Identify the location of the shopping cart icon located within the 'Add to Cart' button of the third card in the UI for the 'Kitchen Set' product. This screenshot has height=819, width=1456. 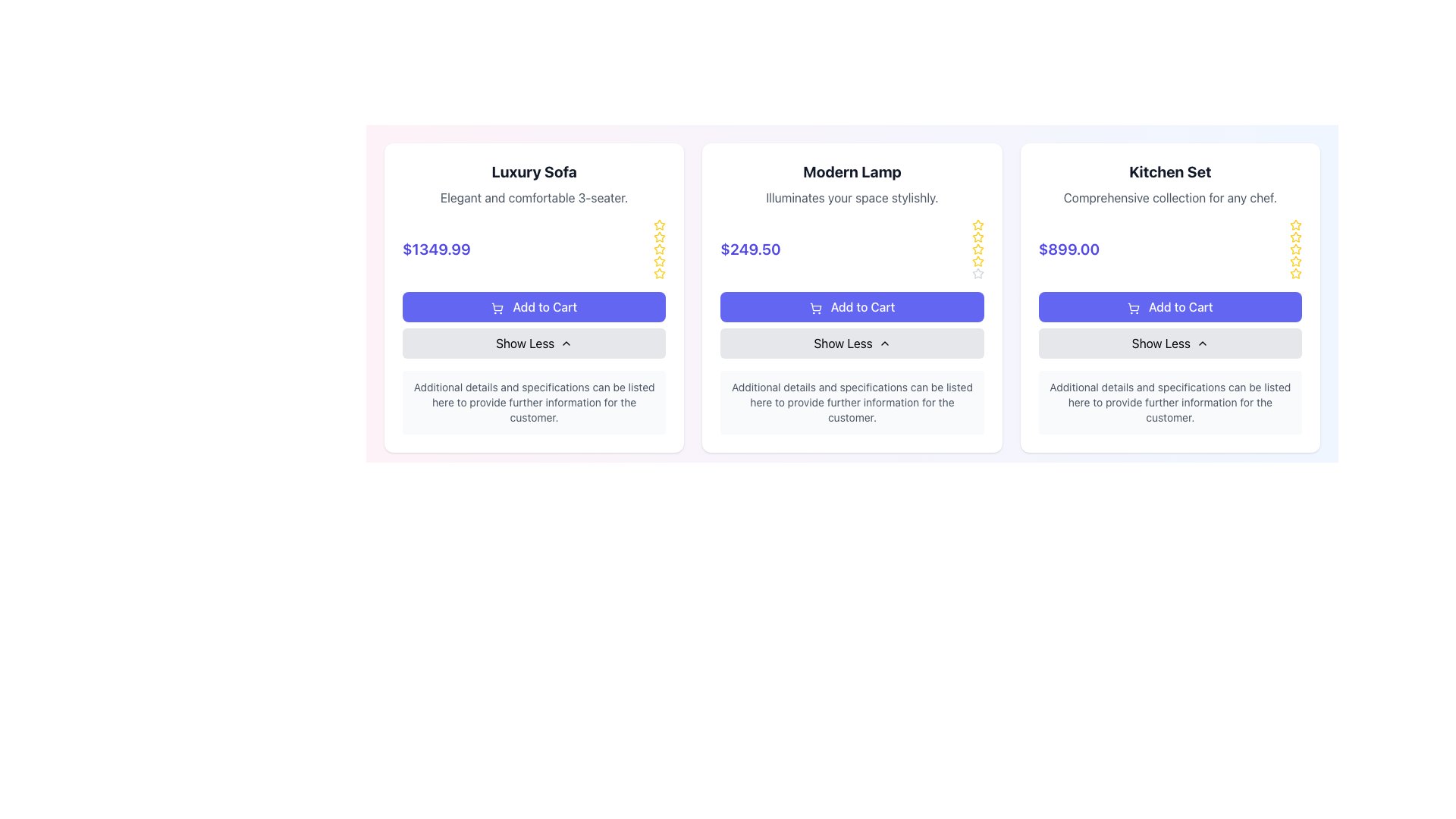
(1133, 307).